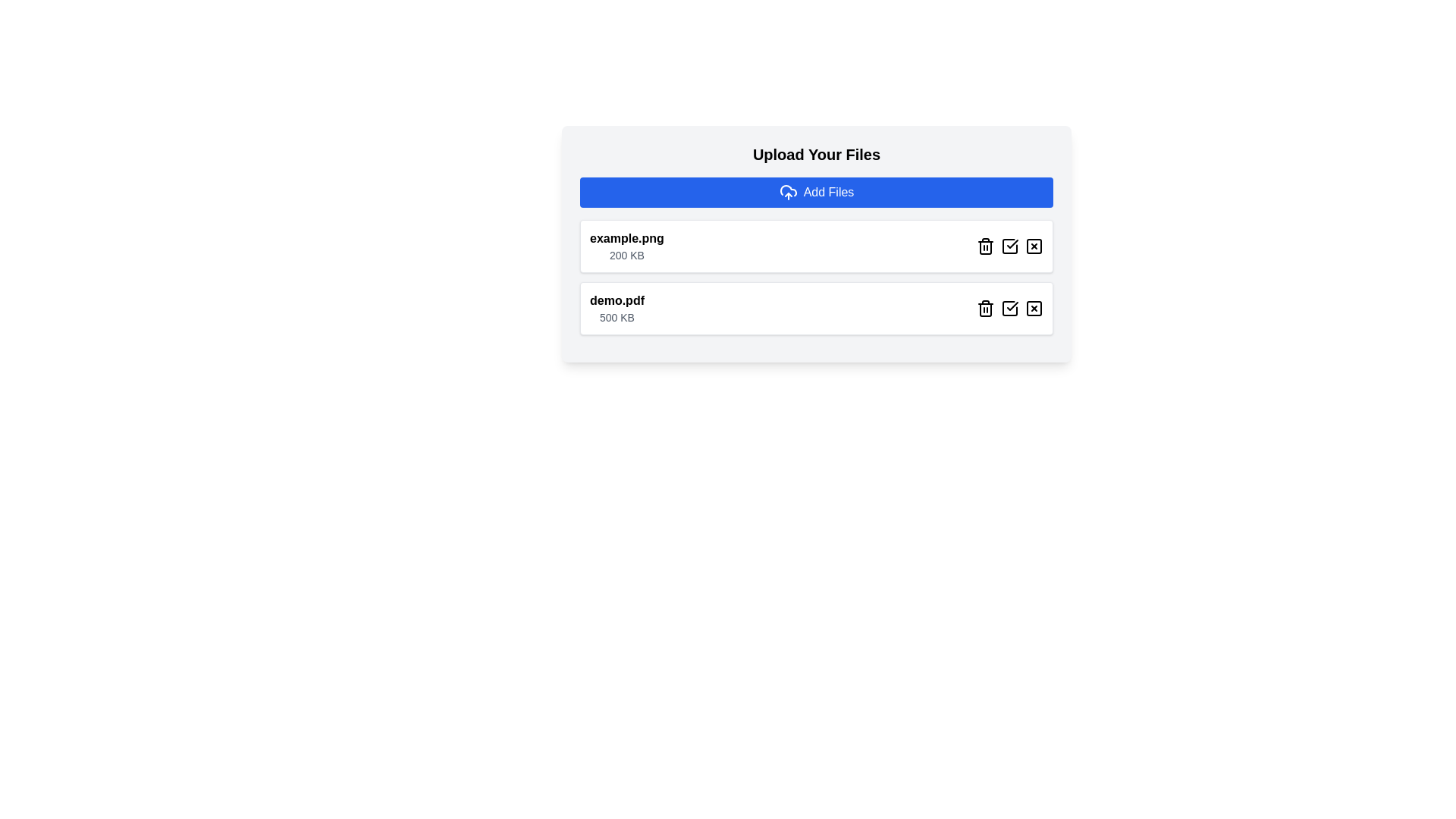 Image resolution: width=1456 pixels, height=819 pixels. I want to click on the close button with an 'X' icon, which is the third button in a horizontal group of three aligned to the right of the 'example.png' file entry, so click(1033, 245).